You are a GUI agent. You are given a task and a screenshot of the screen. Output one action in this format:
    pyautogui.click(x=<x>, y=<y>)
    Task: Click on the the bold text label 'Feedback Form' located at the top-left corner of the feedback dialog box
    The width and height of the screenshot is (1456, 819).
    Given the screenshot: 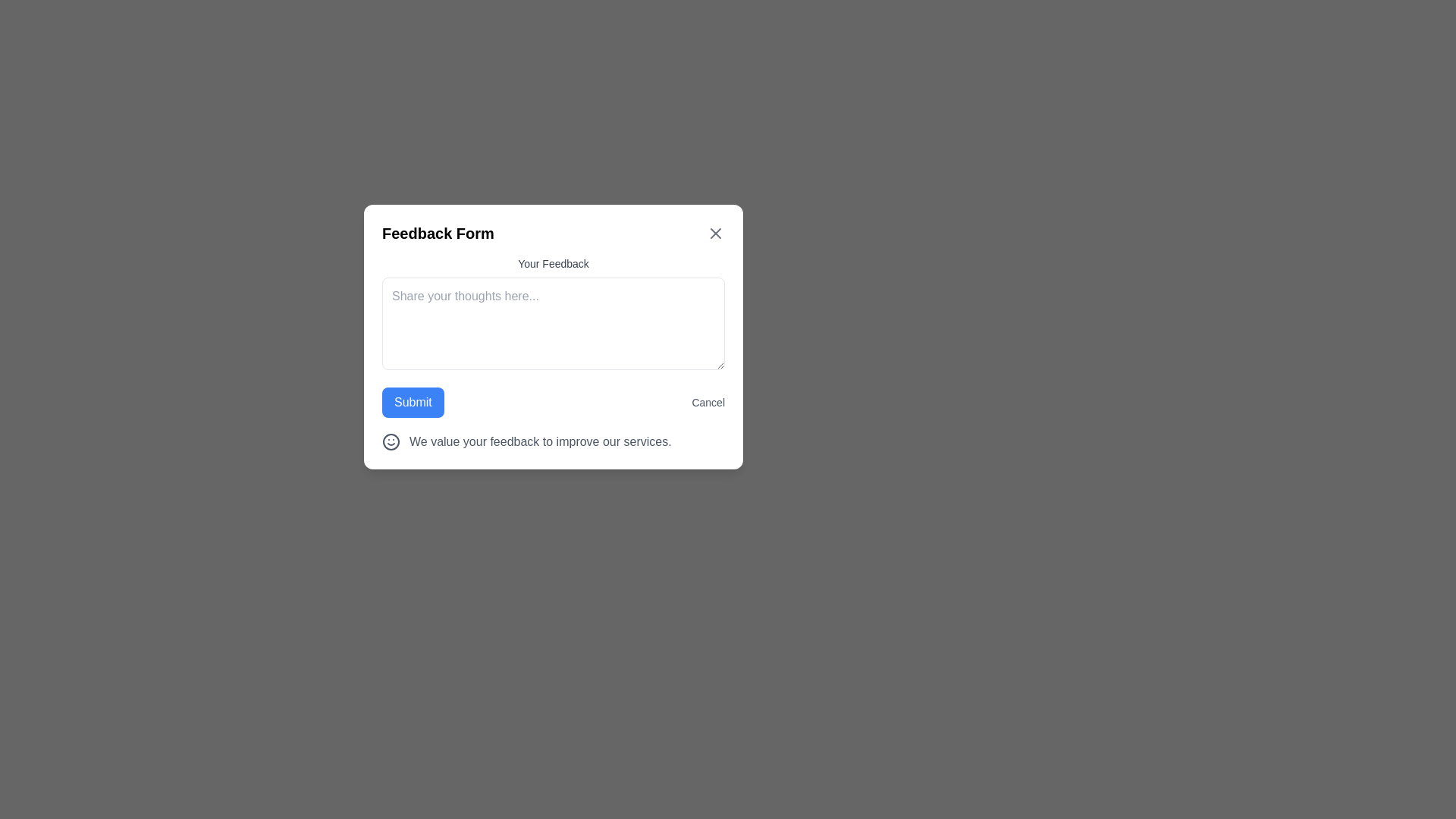 What is the action you would take?
    pyautogui.click(x=437, y=234)
    